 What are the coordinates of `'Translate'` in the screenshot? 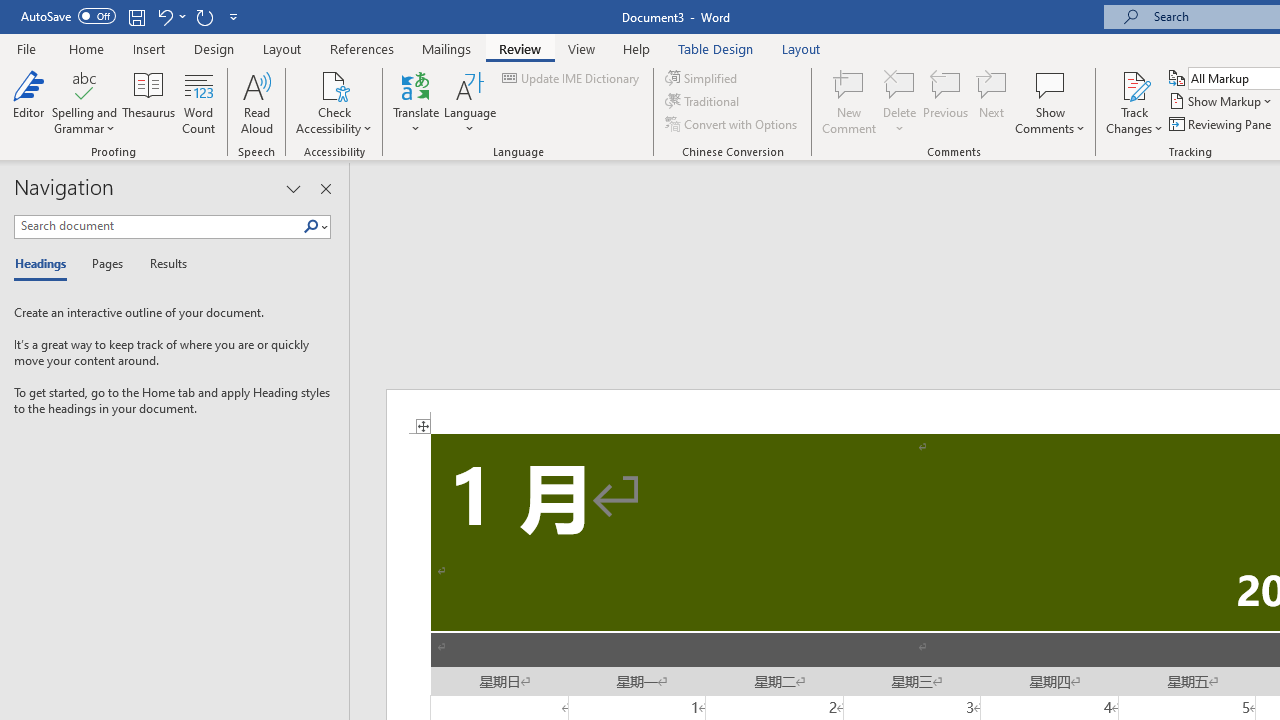 It's located at (415, 103).